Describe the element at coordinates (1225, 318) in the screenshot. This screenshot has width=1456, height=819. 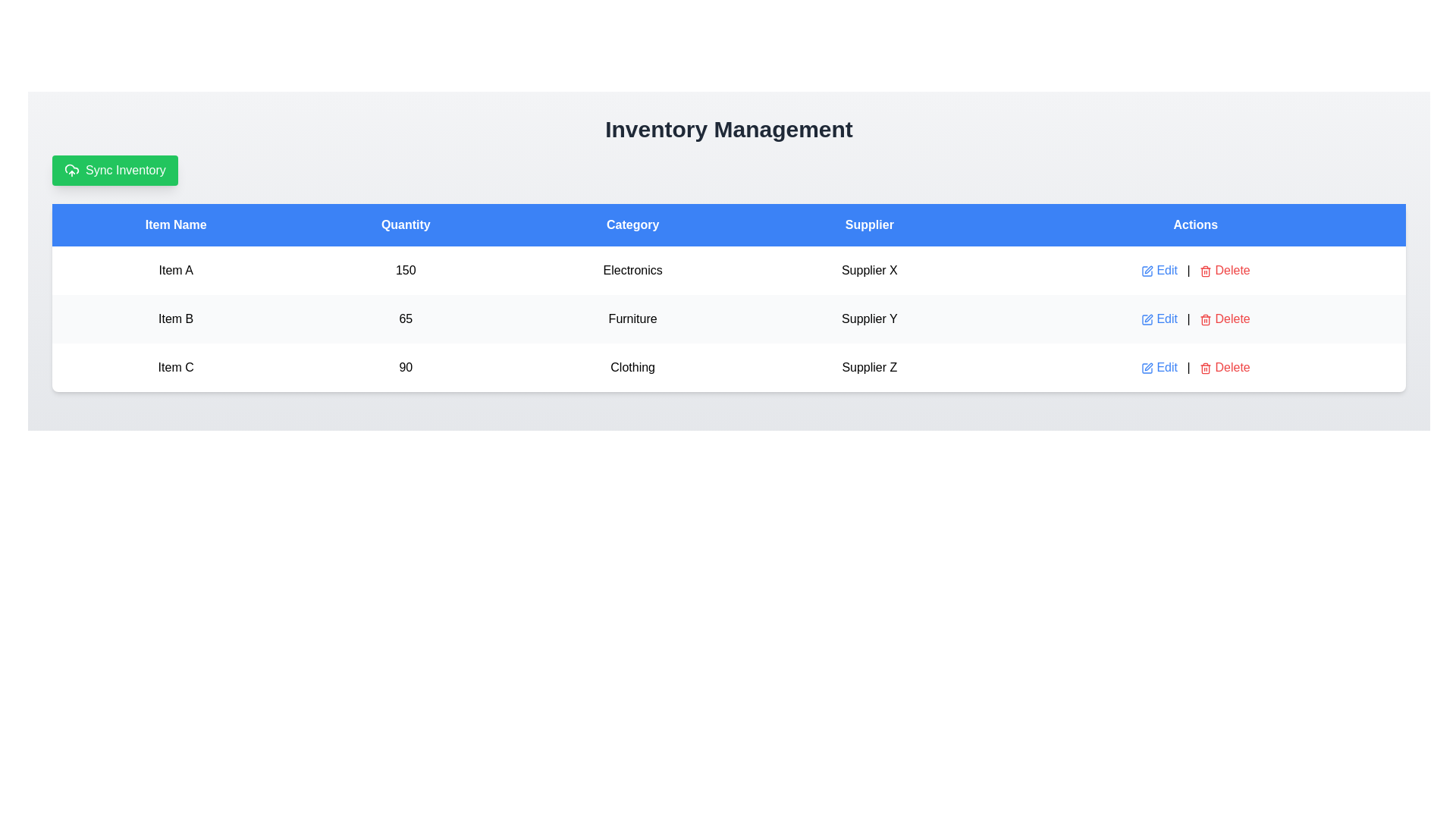
I see `the 'Delete' text link styled in red font with a trash bin icon, located in the 'Actions' column next to 'Item B', to underline the text` at that location.